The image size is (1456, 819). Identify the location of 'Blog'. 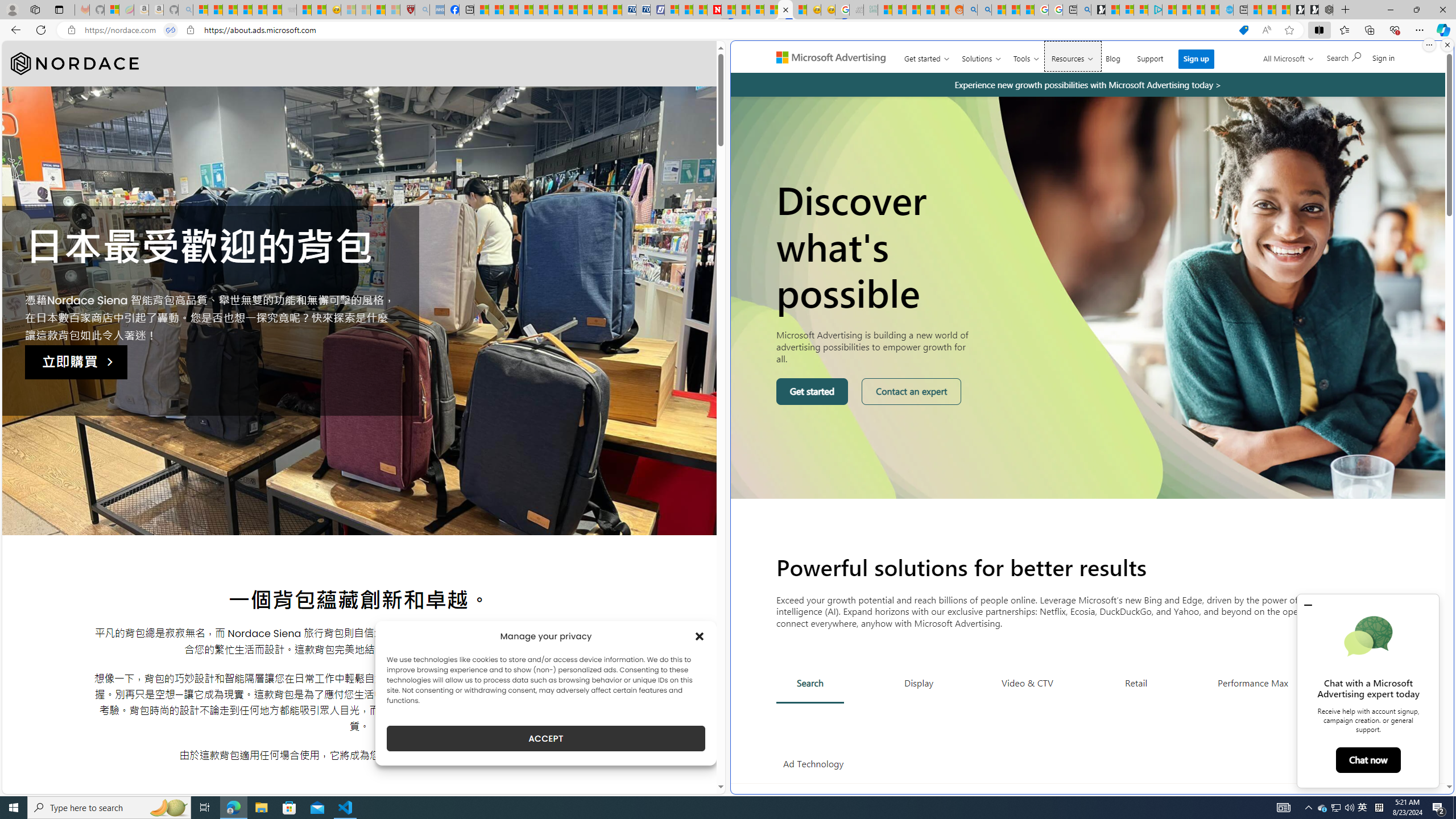
(1112, 56).